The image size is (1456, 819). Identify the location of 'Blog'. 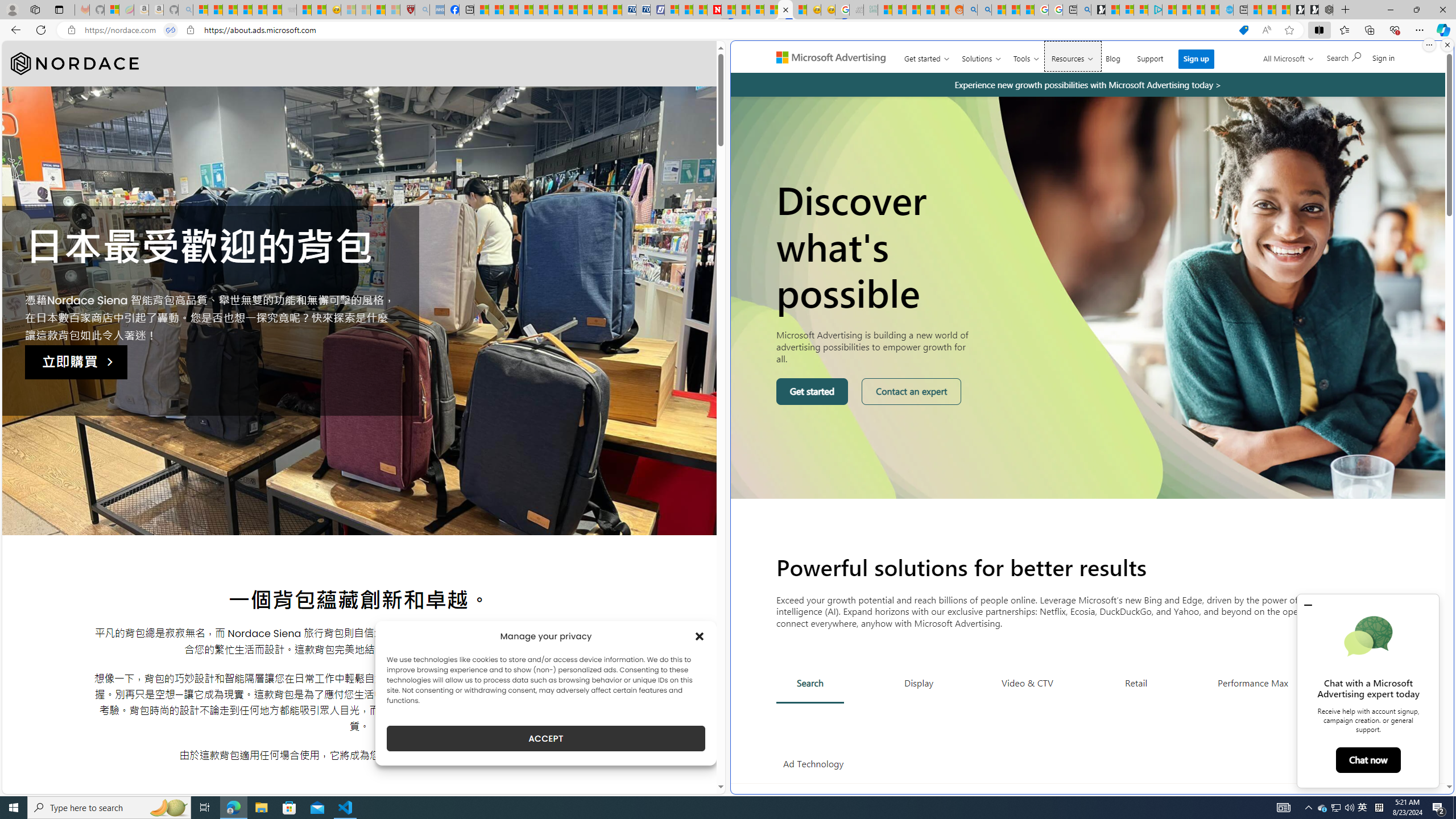
(1112, 56).